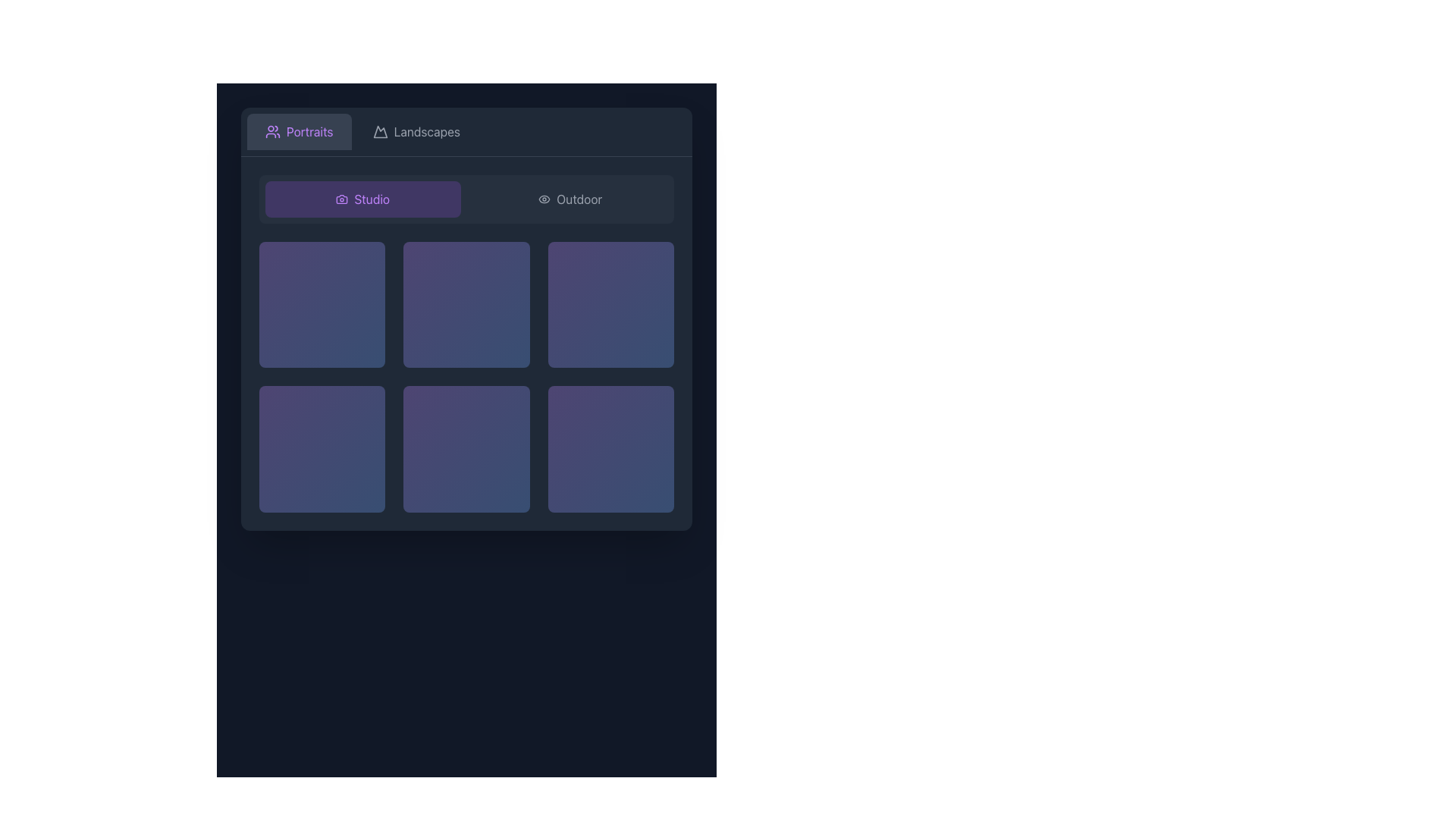  Describe the element at coordinates (341, 198) in the screenshot. I see `the photography icon located to the left of the 'Studio' label in the tab panel section` at that location.